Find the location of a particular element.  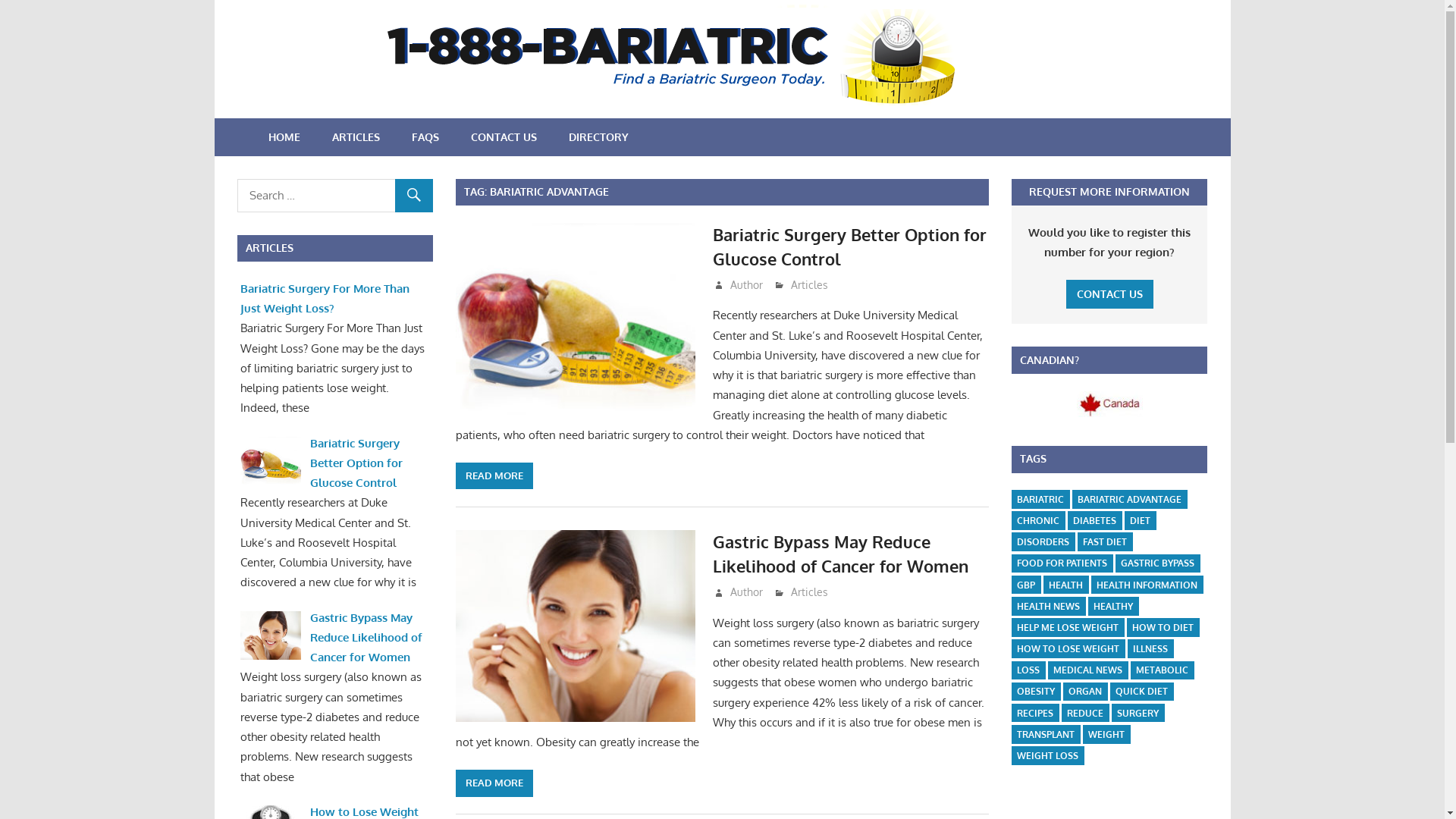

'Author' is located at coordinates (746, 591).